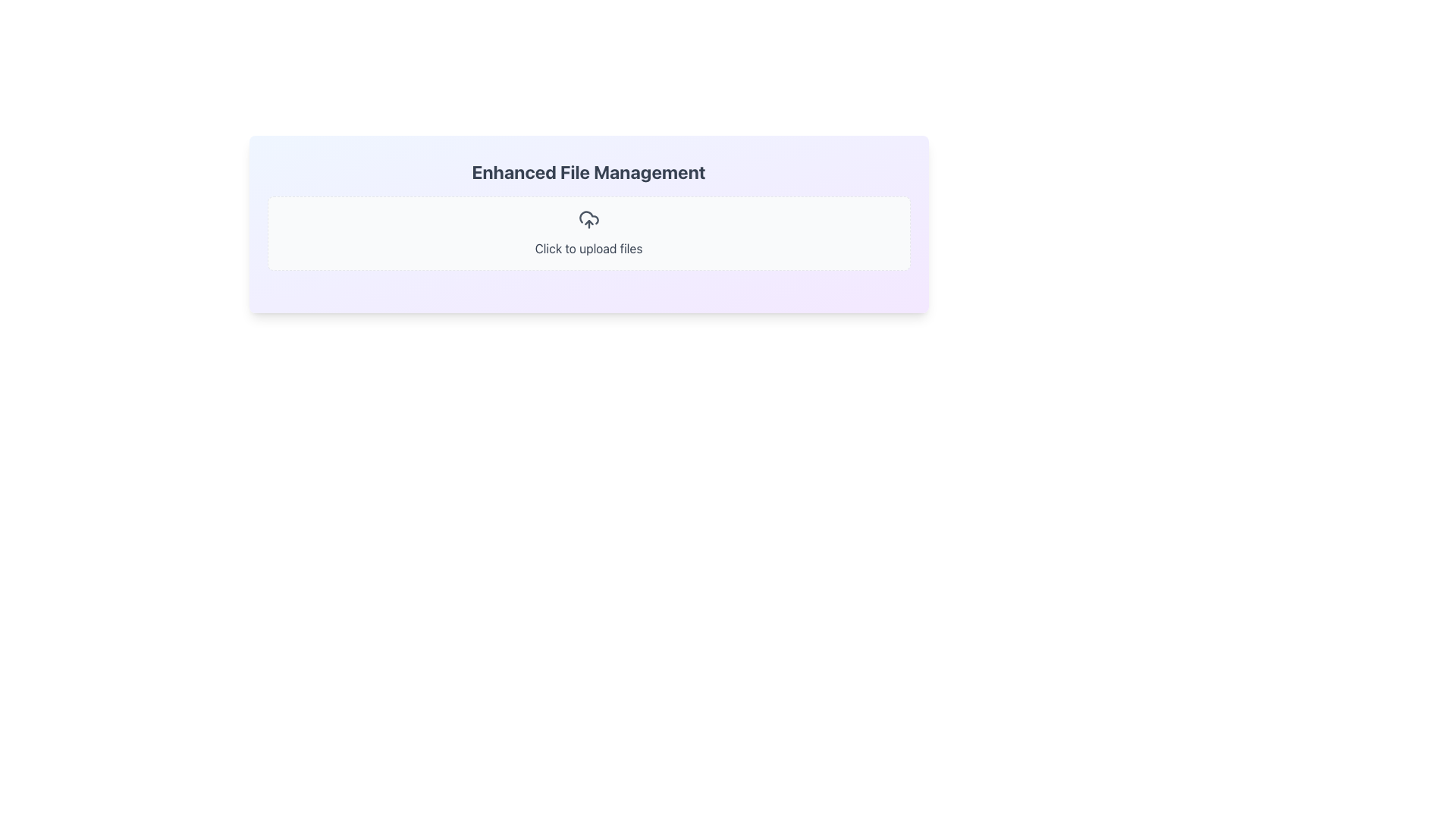 This screenshot has height=819, width=1456. Describe the element at coordinates (588, 171) in the screenshot. I see `the Heading Text that serves as a title for the file management module, located at the top center of the card component` at that location.